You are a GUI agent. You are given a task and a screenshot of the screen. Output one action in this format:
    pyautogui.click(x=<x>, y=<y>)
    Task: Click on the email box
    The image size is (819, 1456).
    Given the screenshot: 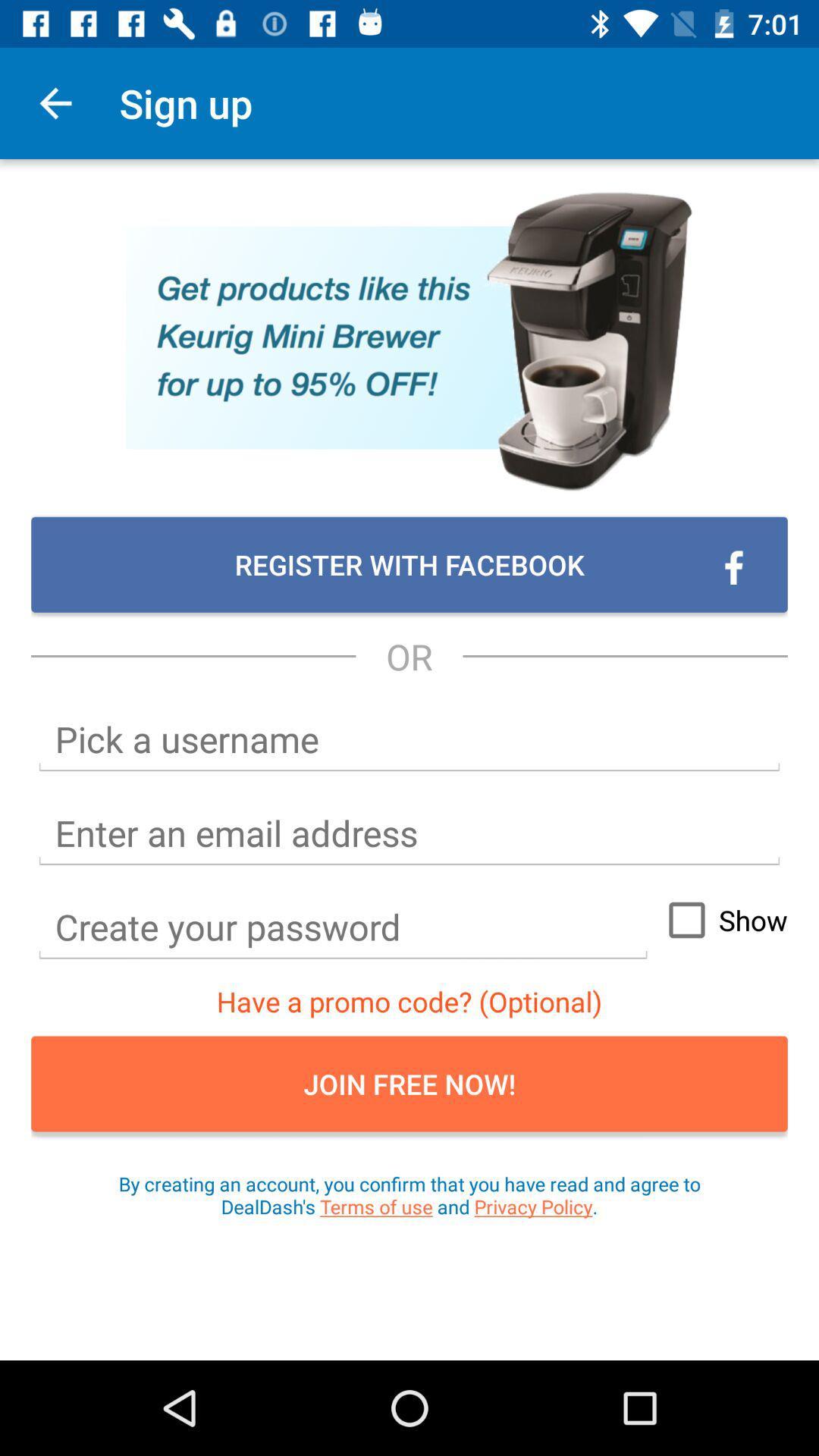 What is the action you would take?
    pyautogui.click(x=409, y=833)
    